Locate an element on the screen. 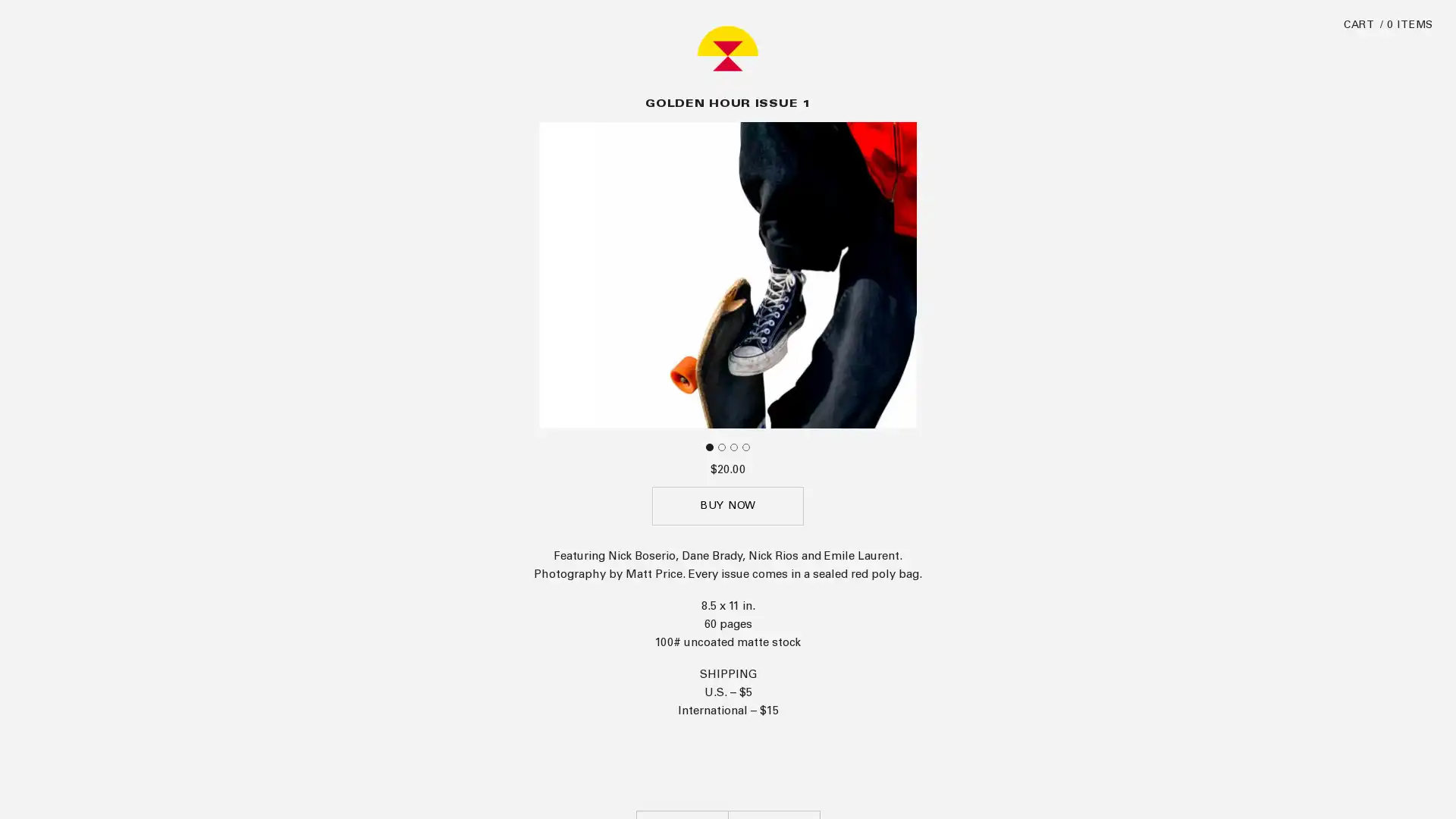 The height and width of the screenshot is (819, 1456). BUY NOW is located at coordinates (728, 485).